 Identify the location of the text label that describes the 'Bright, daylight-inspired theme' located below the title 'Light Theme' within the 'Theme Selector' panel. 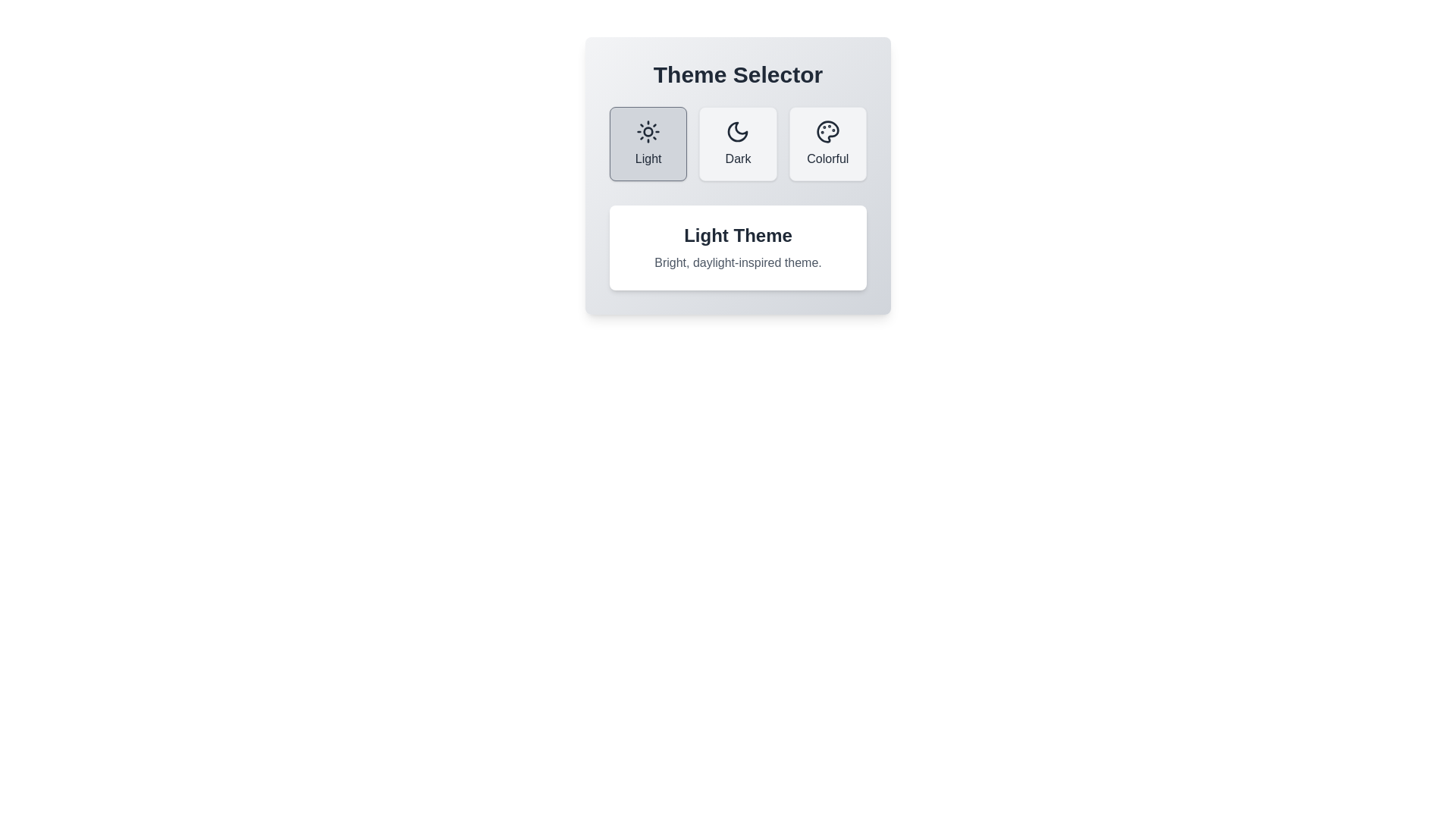
(738, 262).